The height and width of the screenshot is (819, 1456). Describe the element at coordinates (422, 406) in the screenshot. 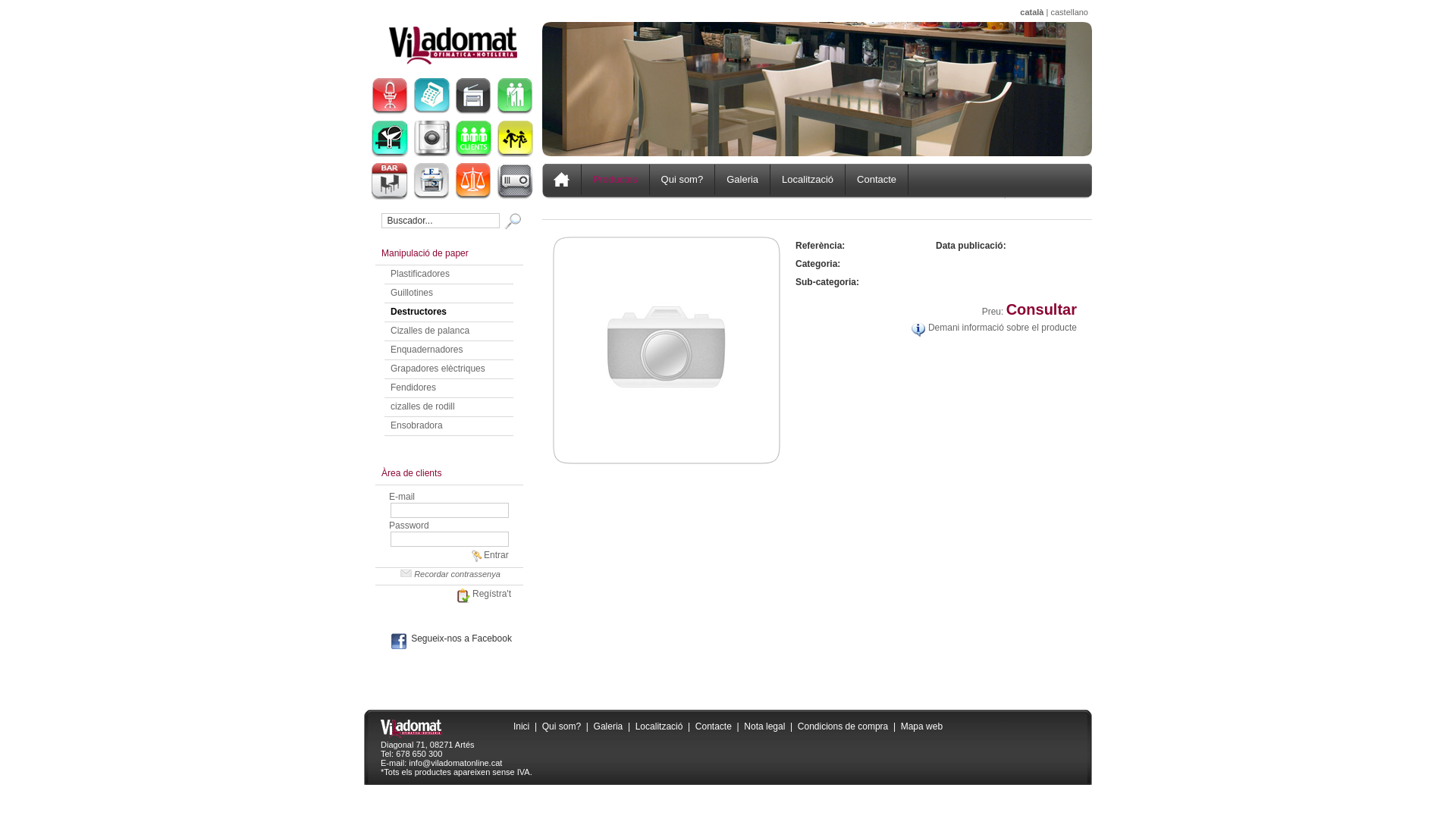

I see `'cizalles de rodill'` at that location.